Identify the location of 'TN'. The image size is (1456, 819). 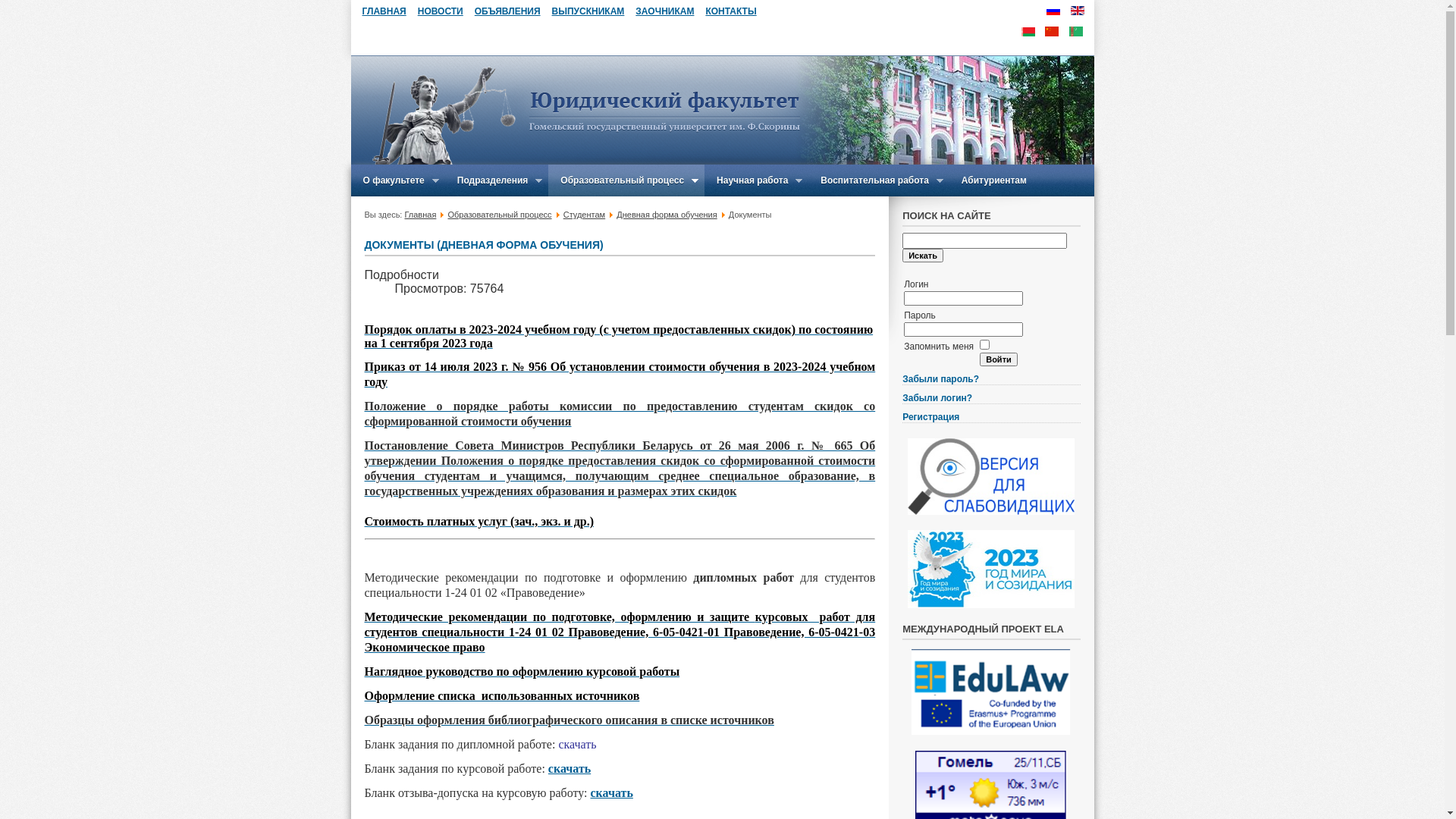
(1075, 31).